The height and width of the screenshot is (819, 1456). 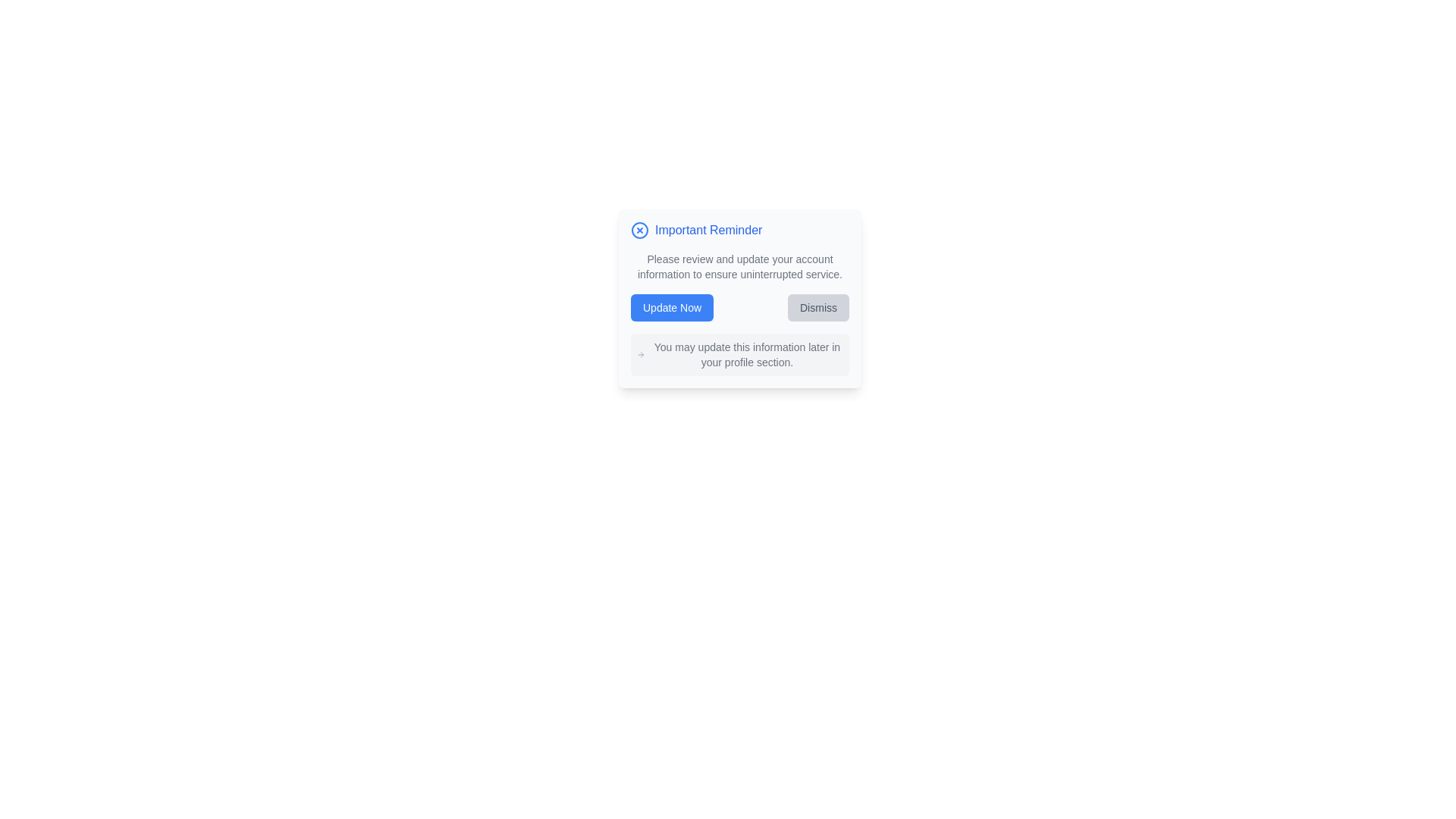 What do you see at coordinates (739, 265) in the screenshot?
I see `the informative text guiding users to verify their account details, located beneath the 'Important Reminder' header and above the 'Update Now' and 'Dismiss' buttons` at bounding box center [739, 265].